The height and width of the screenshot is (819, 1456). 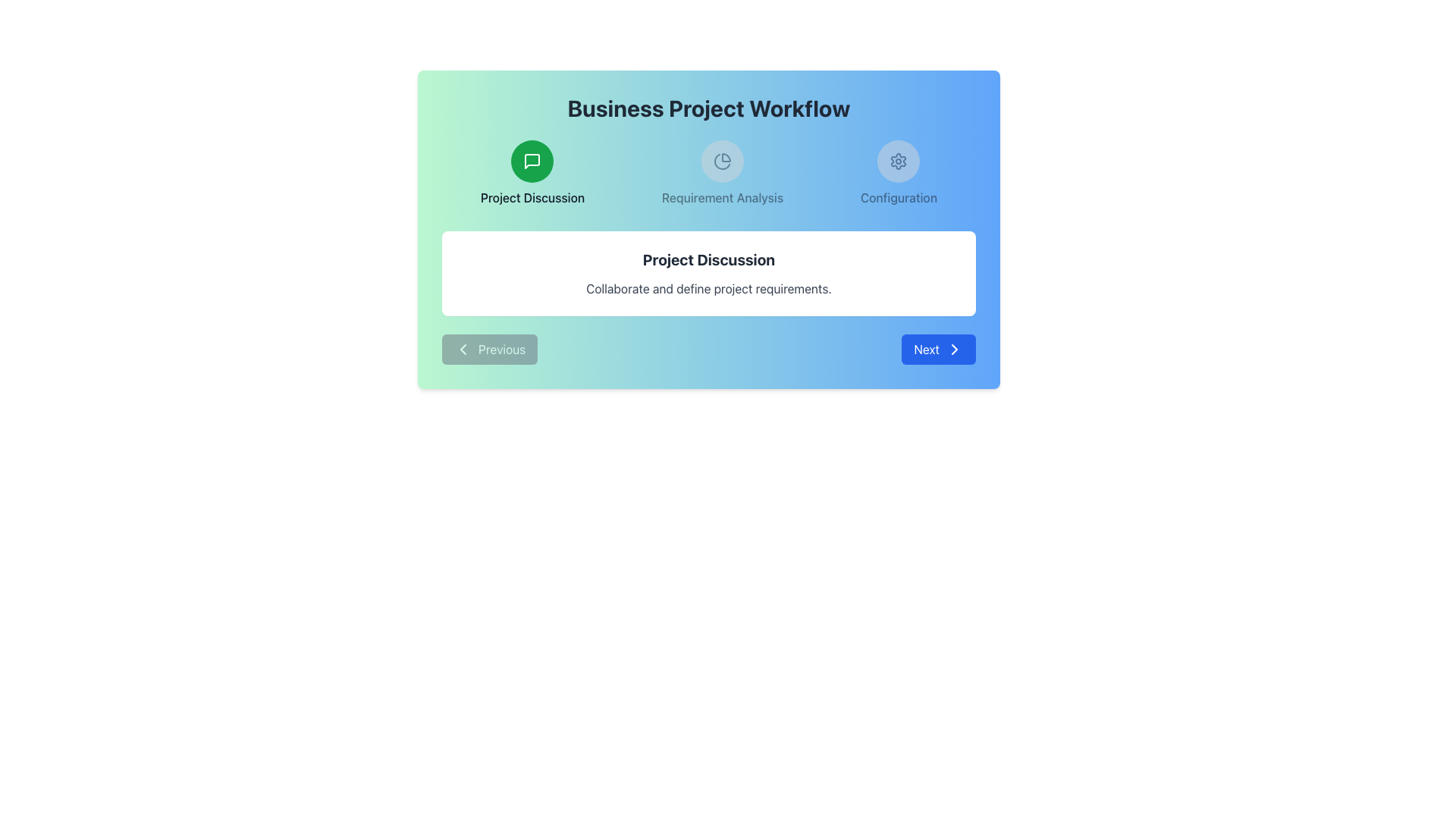 I want to click on the 'Requirement Analysis' icon button, so click(x=721, y=161).